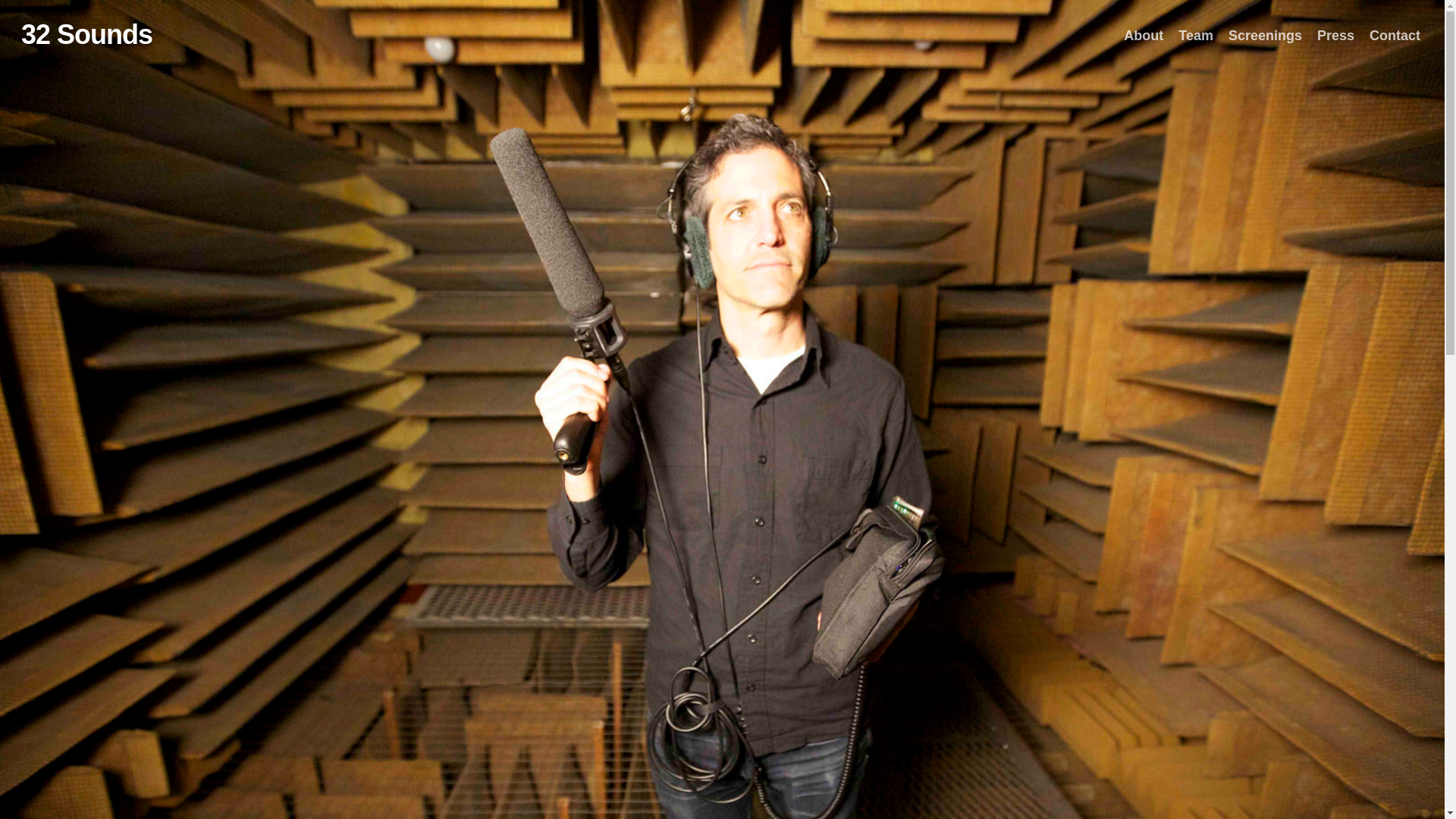  What do you see at coordinates (1228, 34) in the screenshot?
I see `'Screenings'` at bounding box center [1228, 34].